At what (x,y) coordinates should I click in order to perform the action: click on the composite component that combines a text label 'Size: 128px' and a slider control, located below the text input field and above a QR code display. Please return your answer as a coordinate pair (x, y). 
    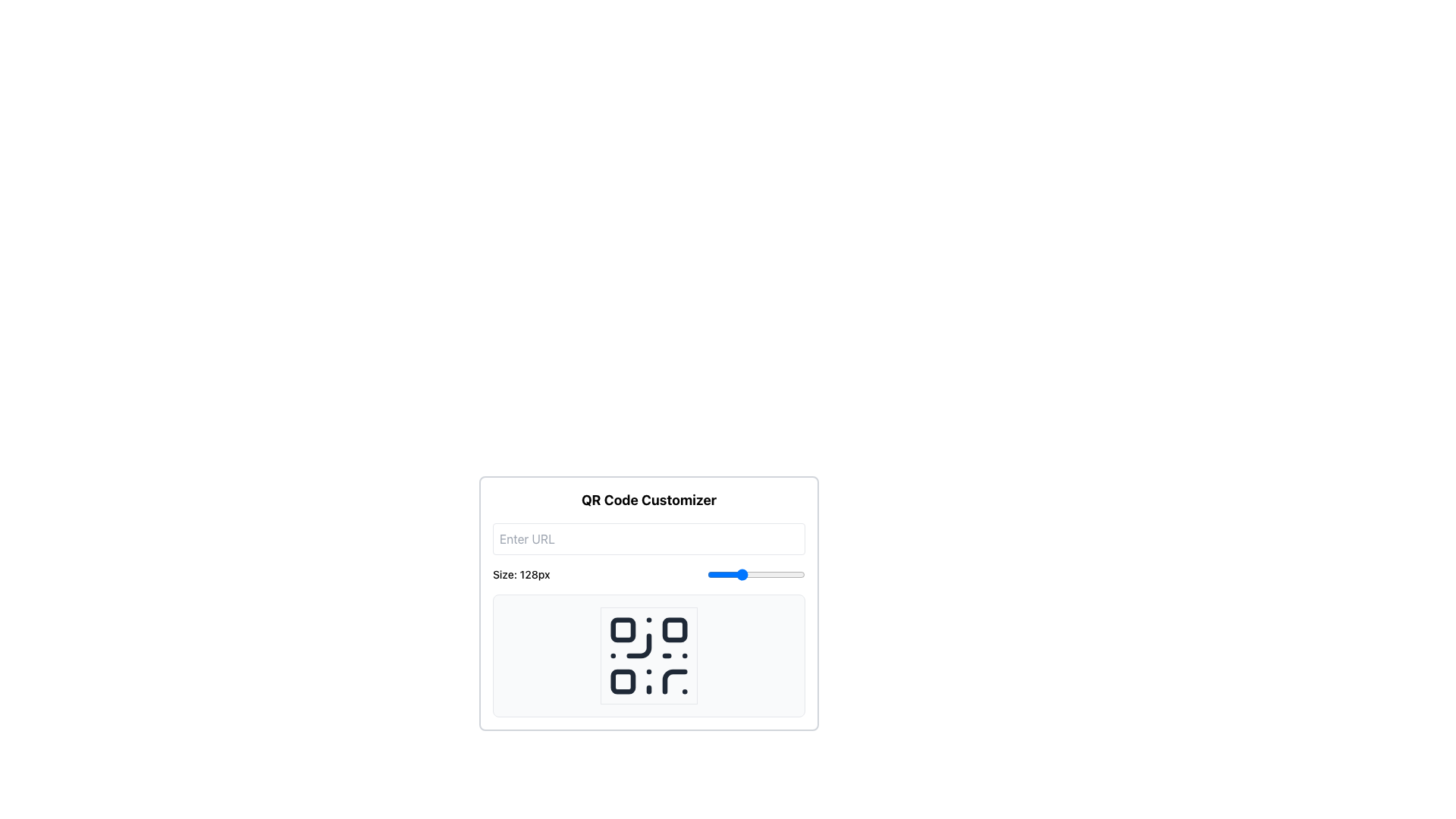
    Looking at the image, I should click on (648, 575).